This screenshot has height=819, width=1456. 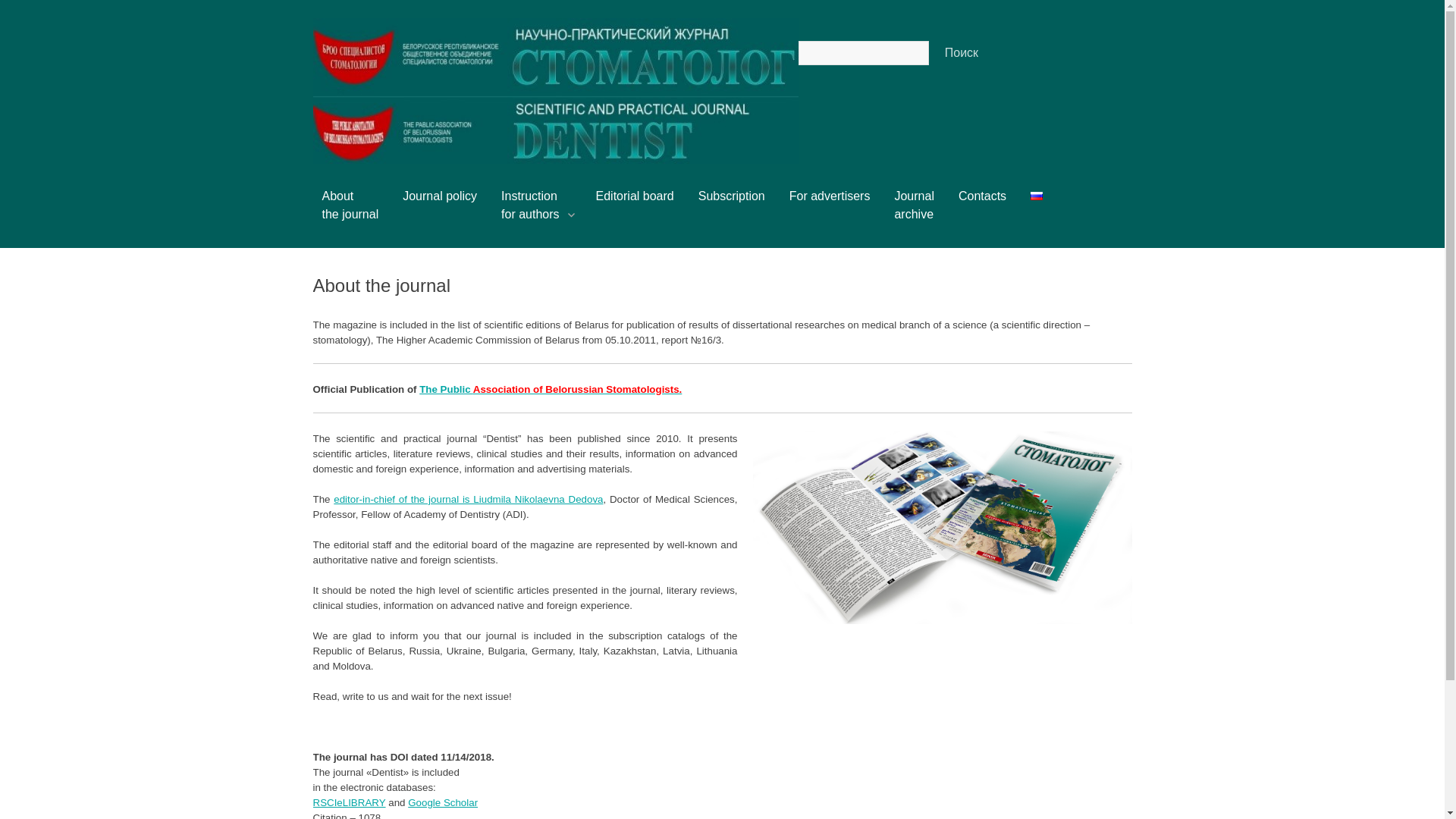 I want to click on 'Subscription', so click(x=698, y=201).